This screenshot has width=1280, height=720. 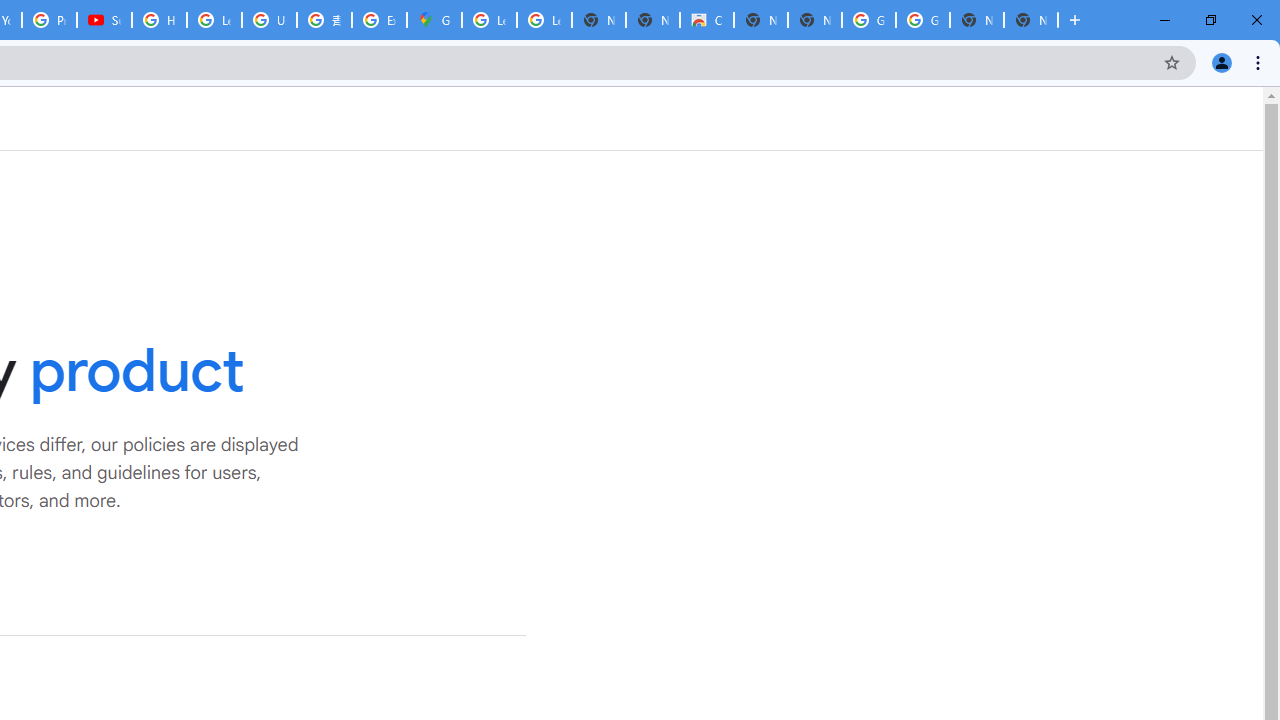 What do you see at coordinates (921, 20) in the screenshot?
I see `'Google Images'` at bounding box center [921, 20].